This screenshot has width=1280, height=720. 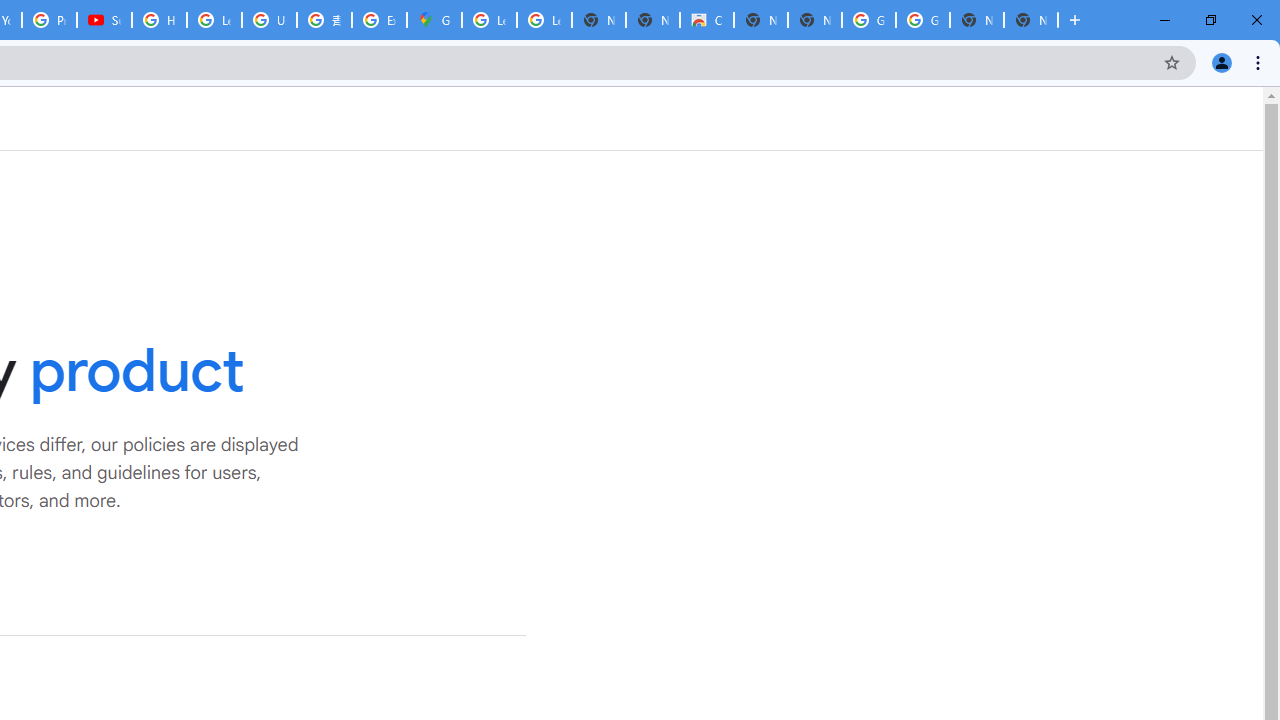 What do you see at coordinates (921, 20) in the screenshot?
I see `'Google Images'` at bounding box center [921, 20].